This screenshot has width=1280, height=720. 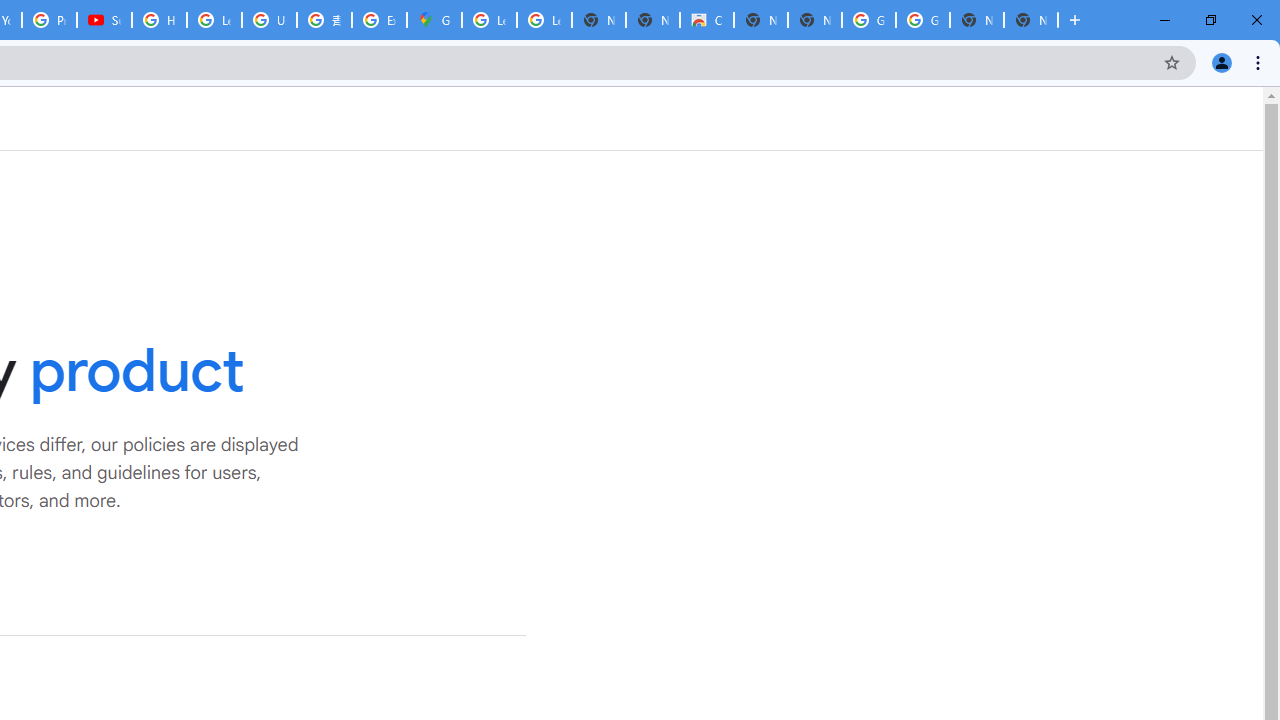 What do you see at coordinates (921, 20) in the screenshot?
I see `'Google Images'` at bounding box center [921, 20].